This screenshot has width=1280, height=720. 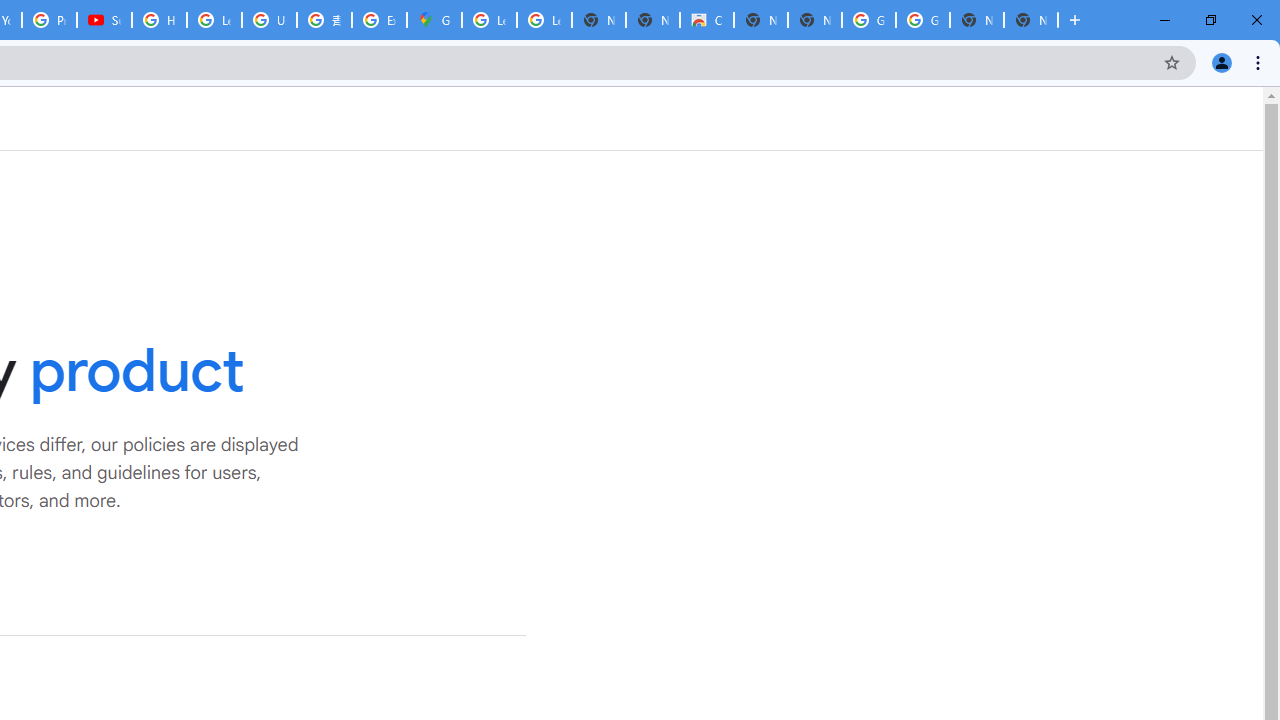 What do you see at coordinates (921, 20) in the screenshot?
I see `'Google Images'` at bounding box center [921, 20].